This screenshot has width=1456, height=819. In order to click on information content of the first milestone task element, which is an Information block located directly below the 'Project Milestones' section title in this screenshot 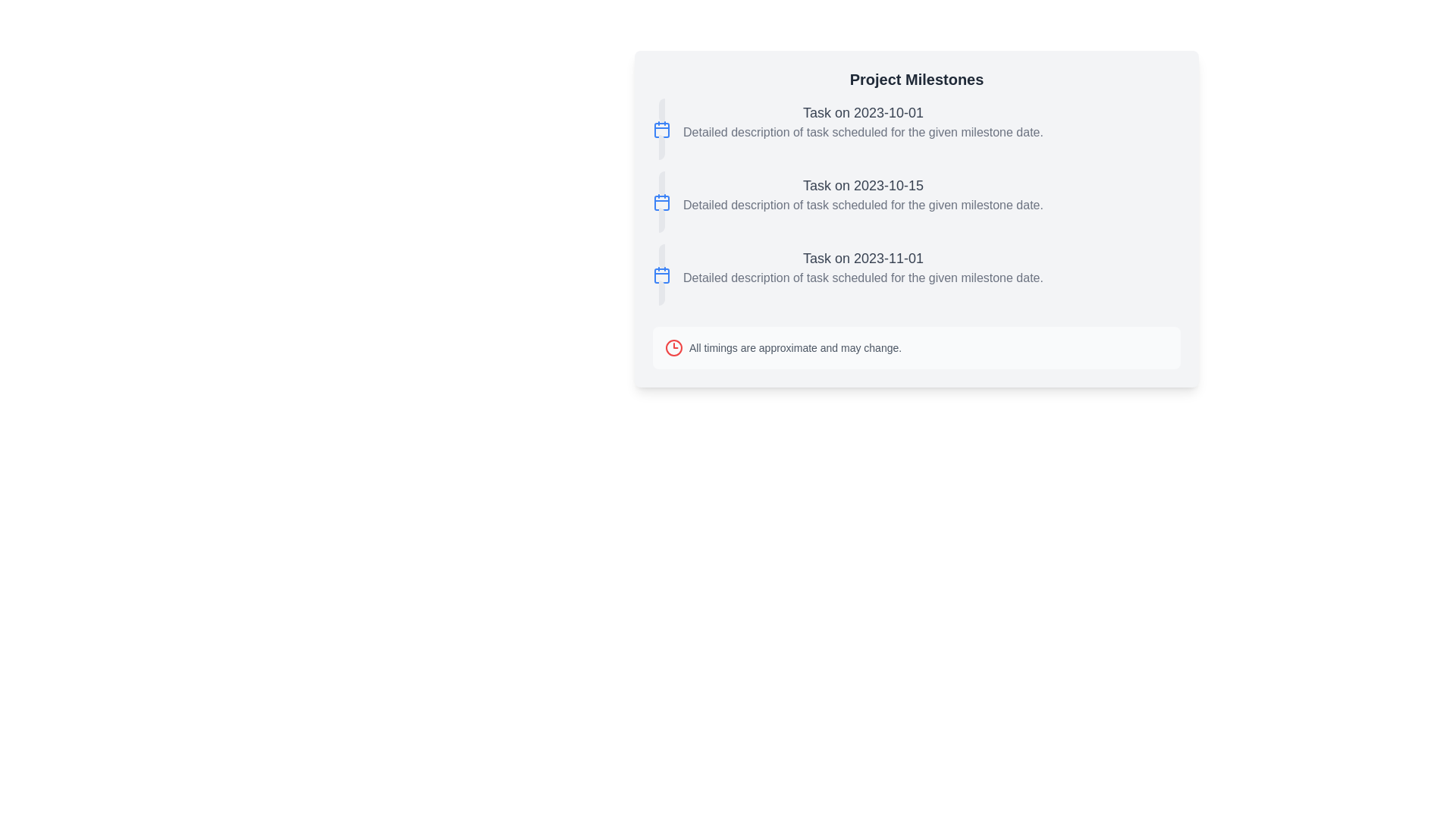, I will do `click(916, 128)`.